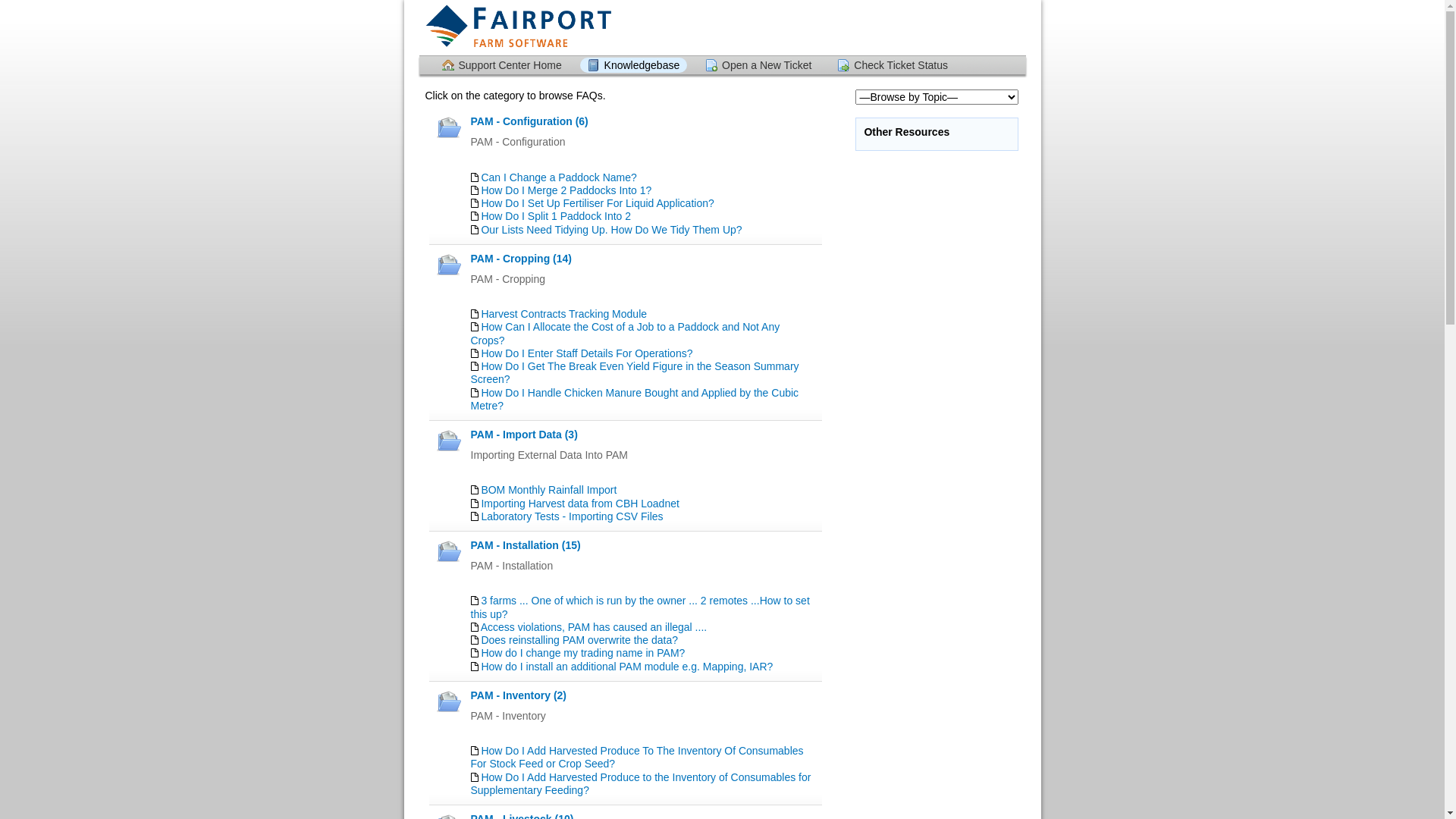 Image resolution: width=1456 pixels, height=819 pixels. What do you see at coordinates (563, 312) in the screenshot?
I see `'Harvest Contracts Tracking Module'` at bounding box center [563, 312].